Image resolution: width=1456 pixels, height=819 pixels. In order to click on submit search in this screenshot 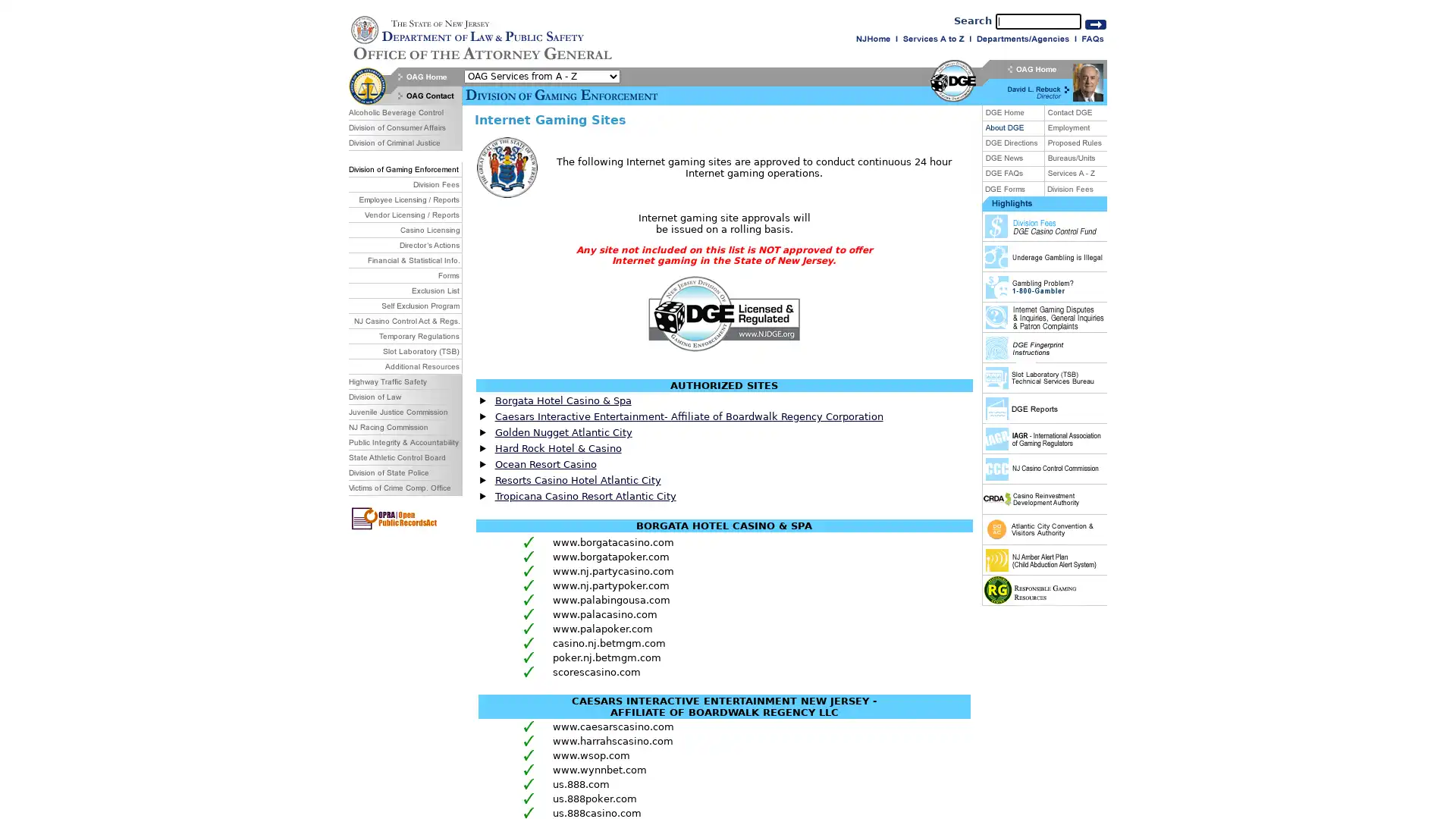, I will do `click(1095, 24)`.